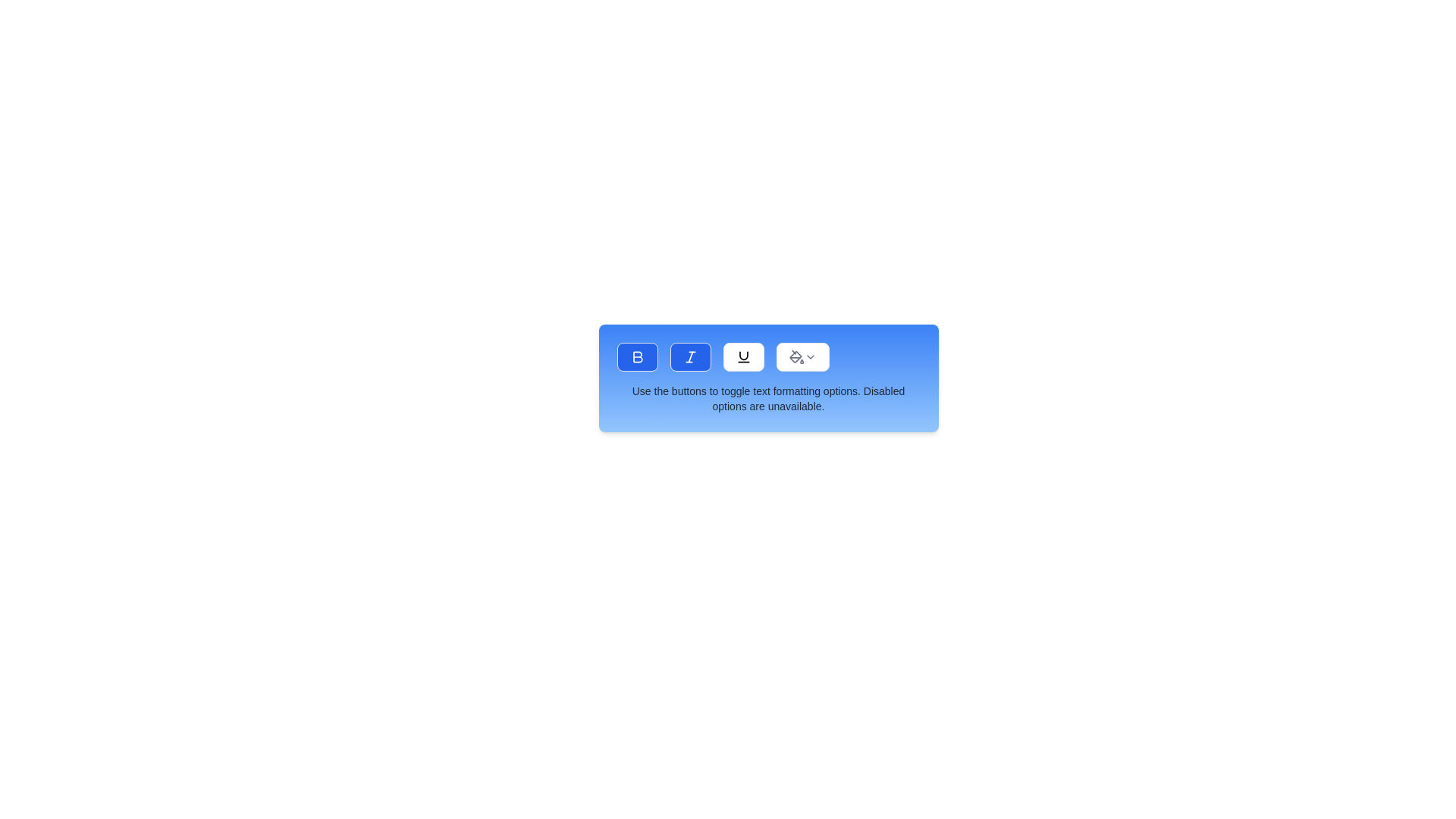 The height and width of the screenshot is (819, 1456). Describe the element at coordinates (743, 356) in the screenshot. I see `the Icon button that toggles underlining text in the formatting toolbar` at that location.